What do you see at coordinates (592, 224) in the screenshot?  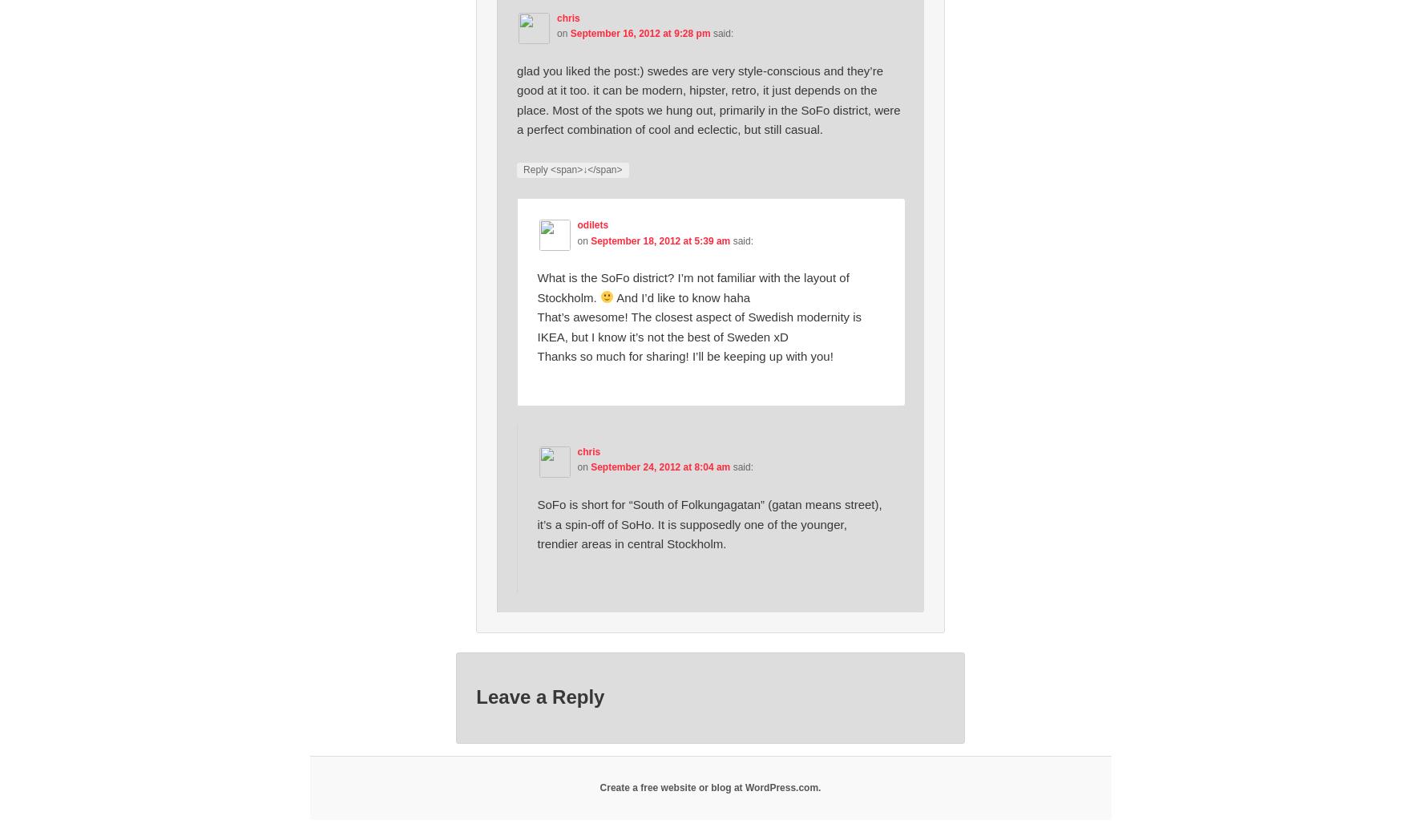 I see `'odilets'` at bounding box center [592, 224].